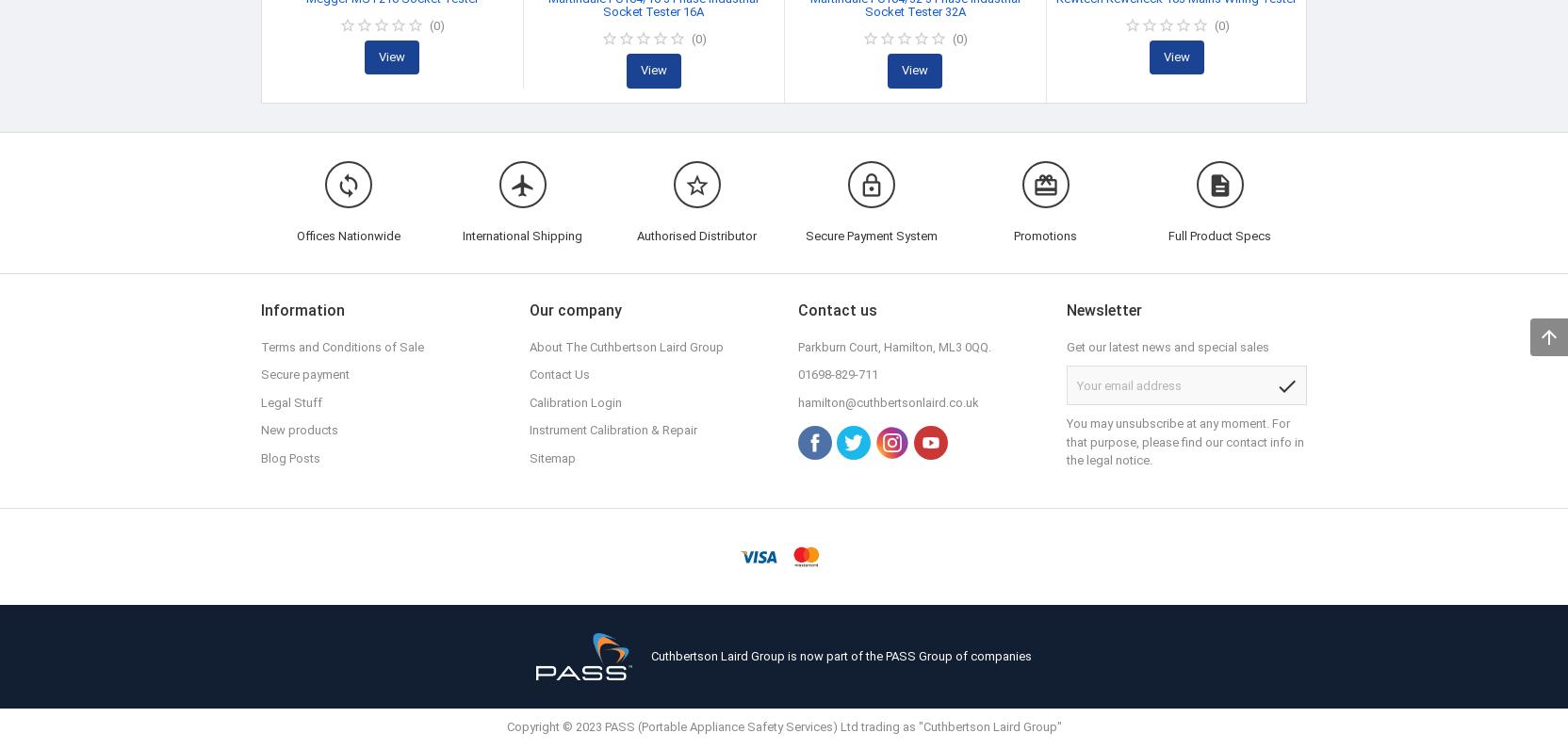 The image size is (1568, 750). I want to click on 'check', so click(1286, 383).